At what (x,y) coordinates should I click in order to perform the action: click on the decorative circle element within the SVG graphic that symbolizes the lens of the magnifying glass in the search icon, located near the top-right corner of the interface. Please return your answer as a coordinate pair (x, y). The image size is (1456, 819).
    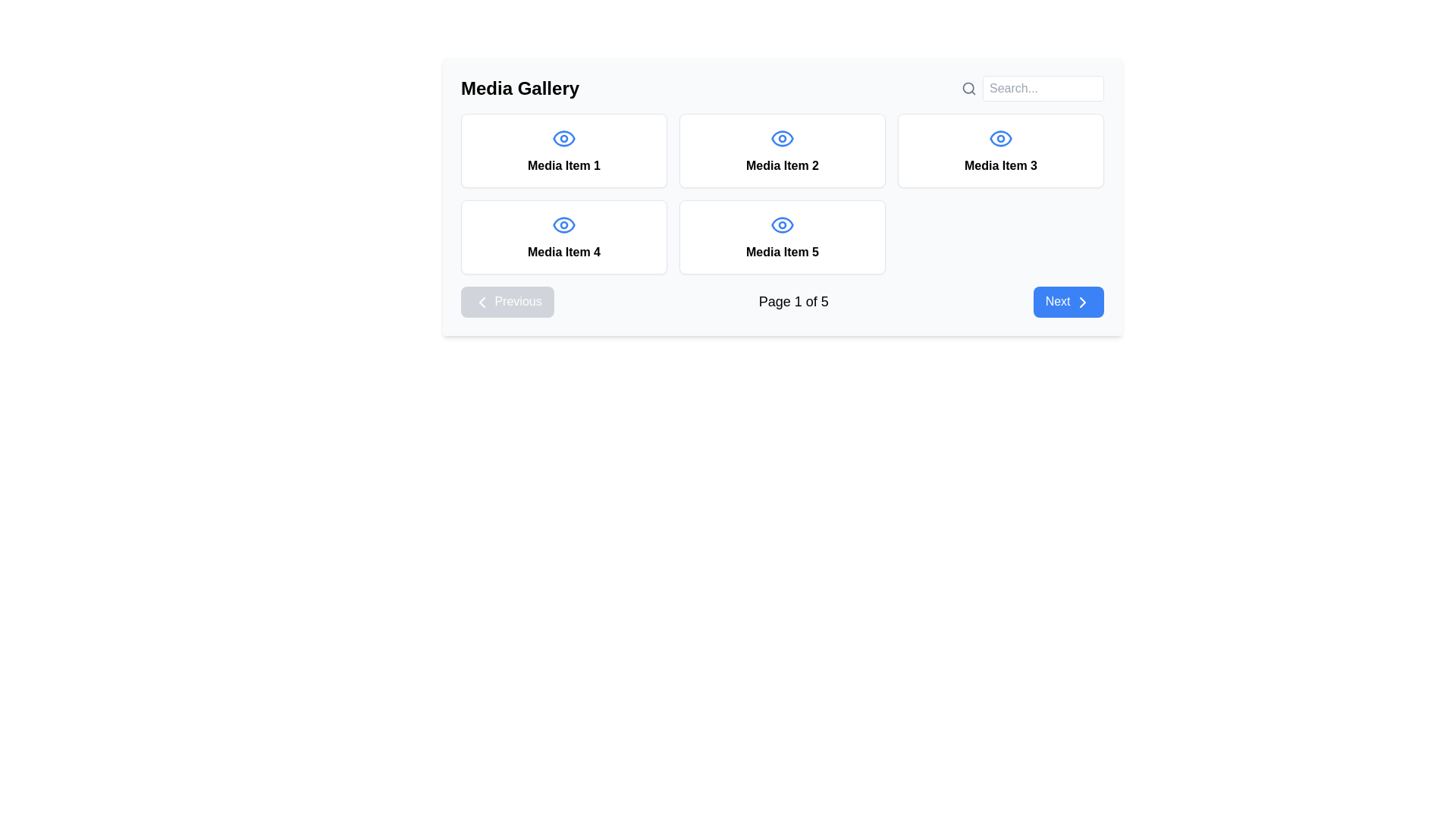
    Looking at the image, I should click on (968, 88).